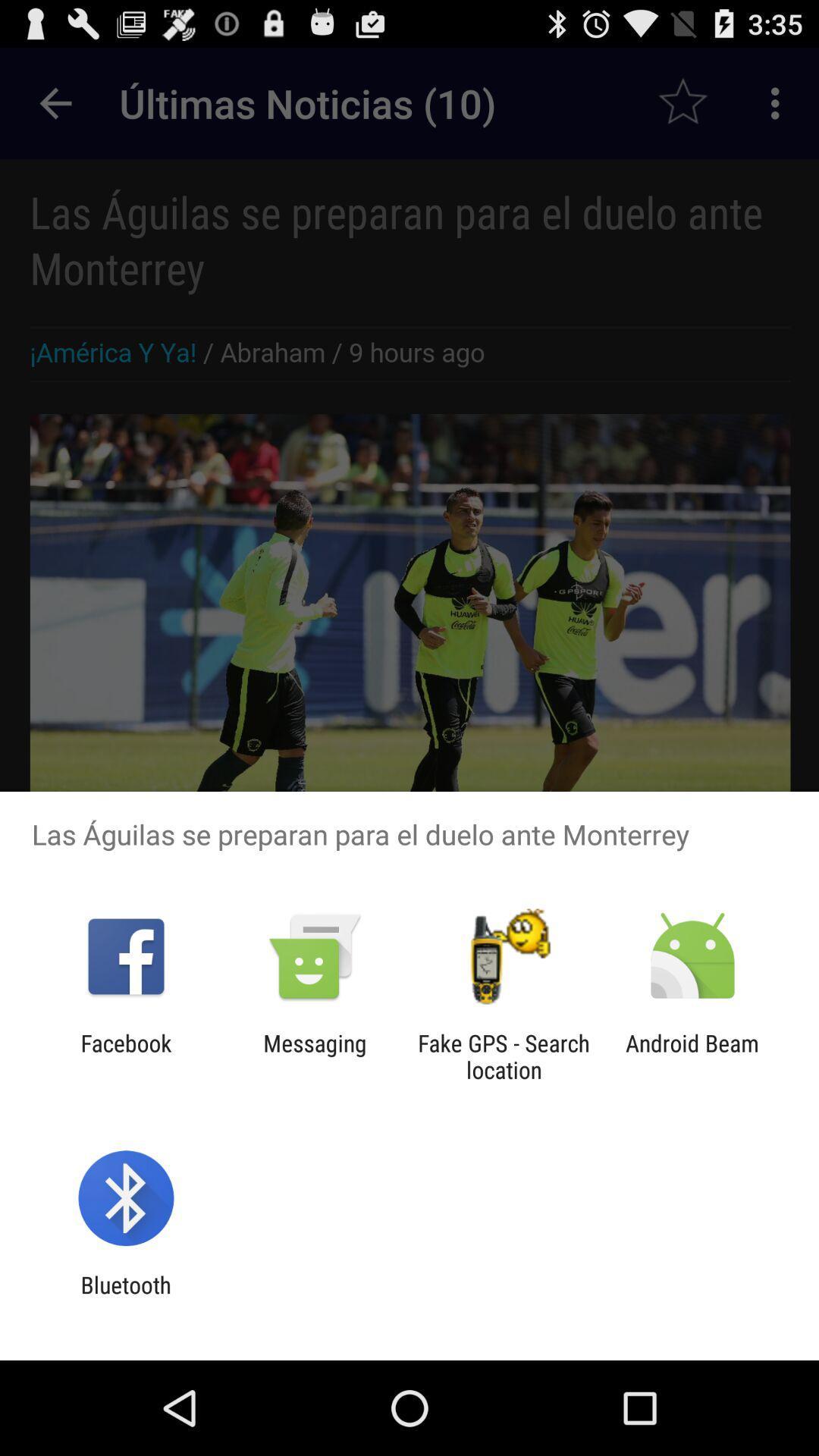  Describe the element at coordinates (125, 1056) in the screenshot. I see `icon next to the messaging item` at that location.